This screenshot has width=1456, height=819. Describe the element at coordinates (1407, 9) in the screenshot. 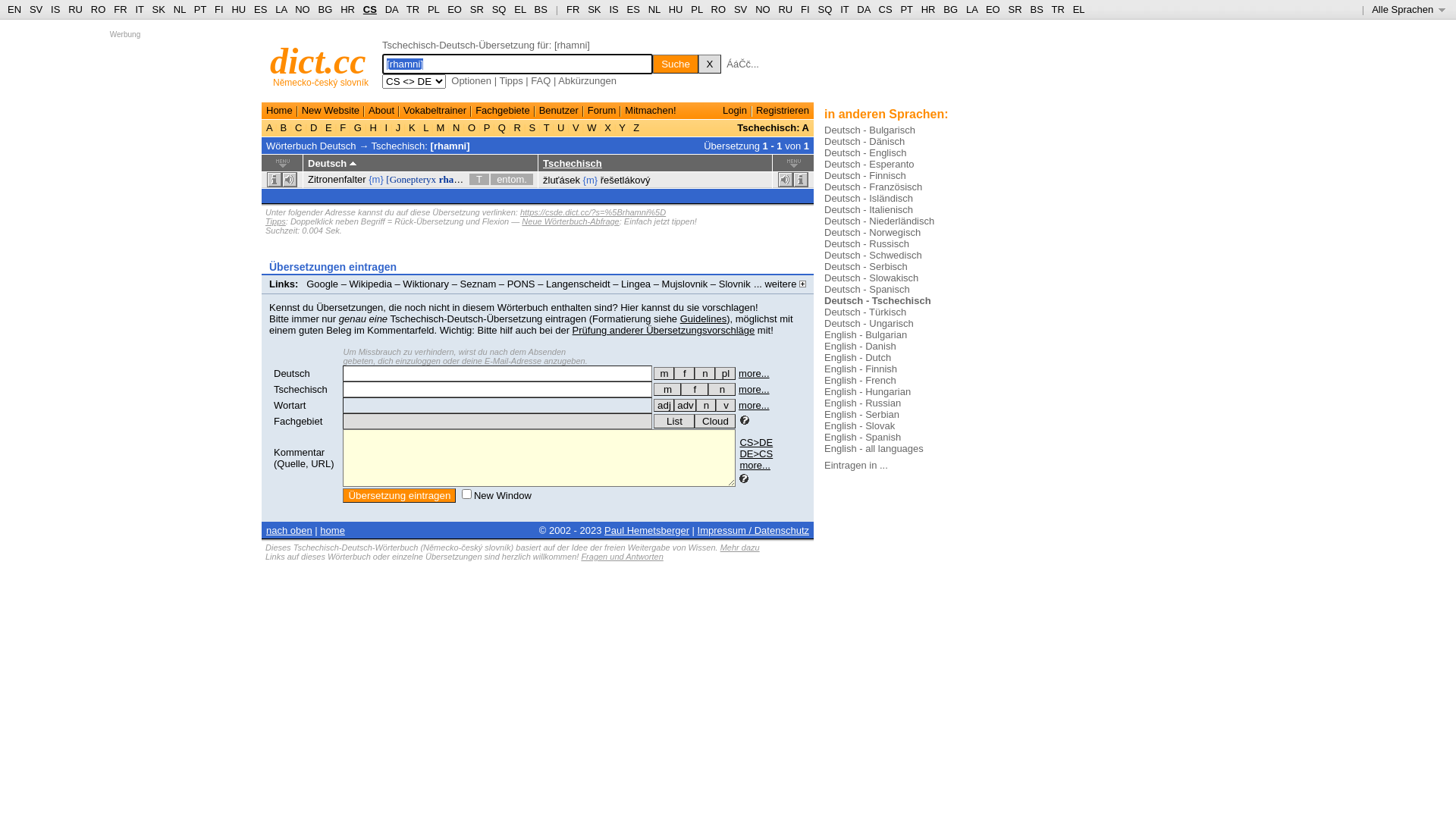

I see `'Alle Sprachen '` at that location.